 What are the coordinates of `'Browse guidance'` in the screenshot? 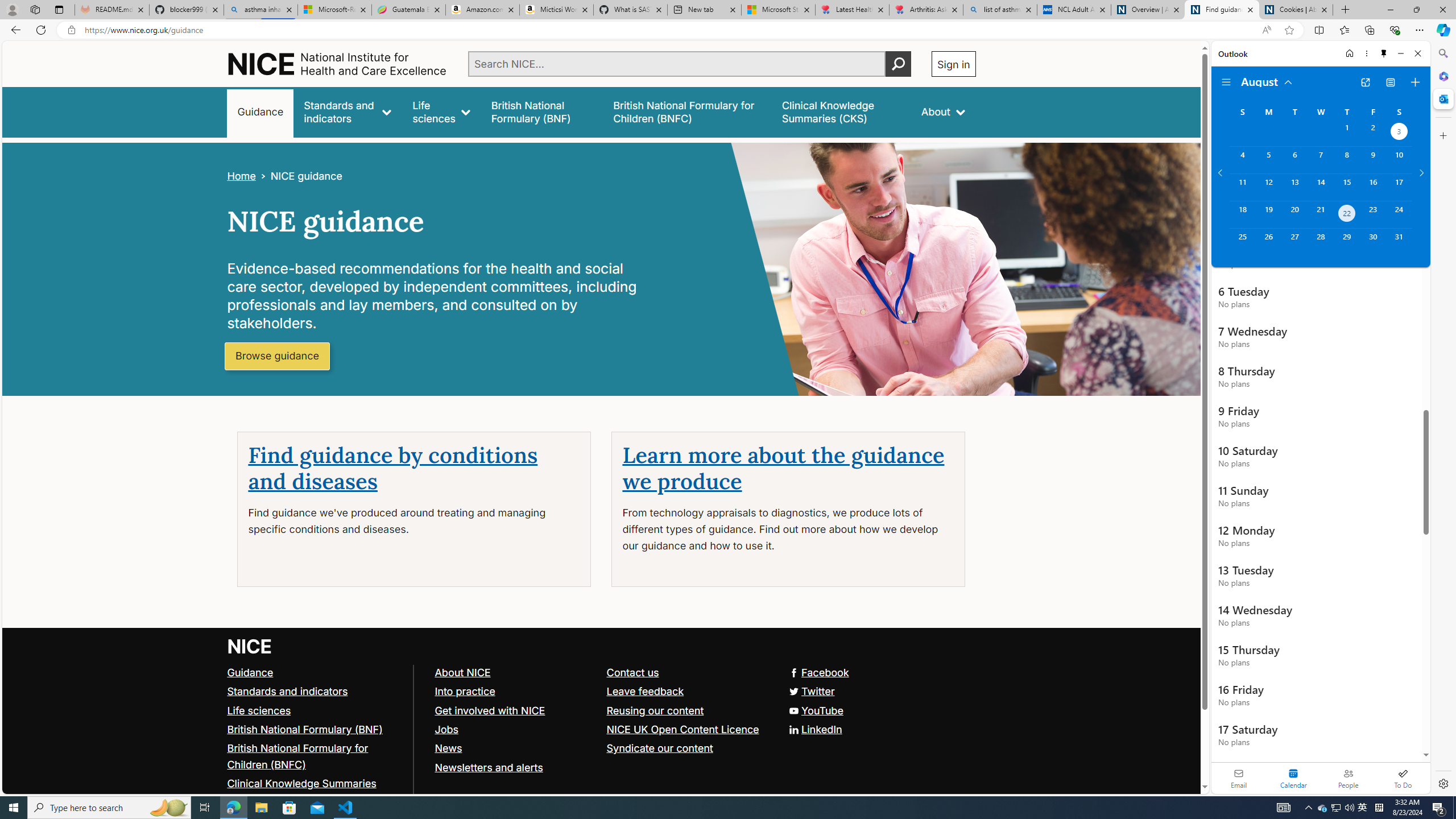 It's located at (276, 357).